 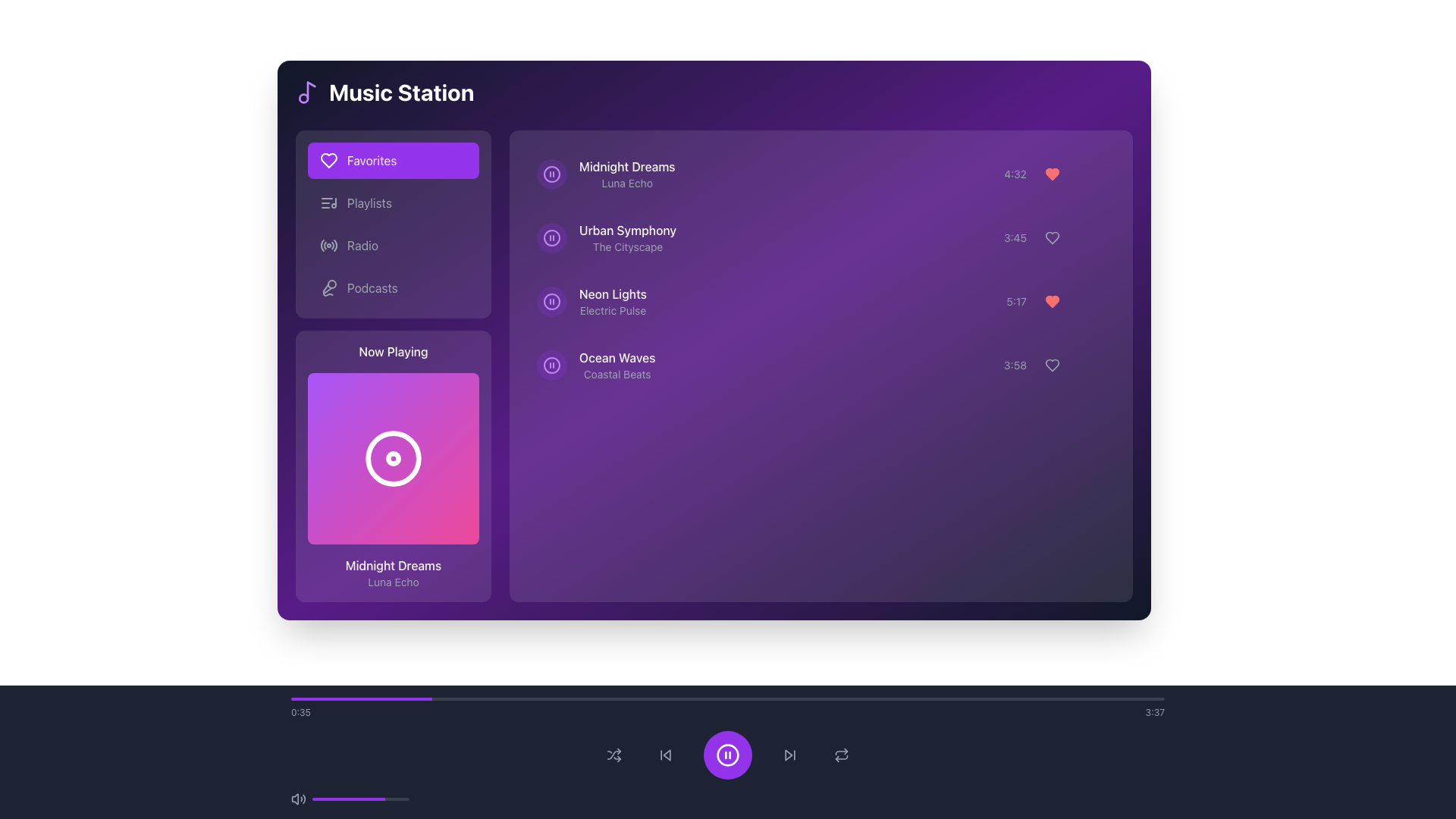 What do you see at coordinates (393, 161) in the screenshot?
I see `the Favorites navigation button located in the top-left area of the side navigation bar` at bounding box center [393, 161].